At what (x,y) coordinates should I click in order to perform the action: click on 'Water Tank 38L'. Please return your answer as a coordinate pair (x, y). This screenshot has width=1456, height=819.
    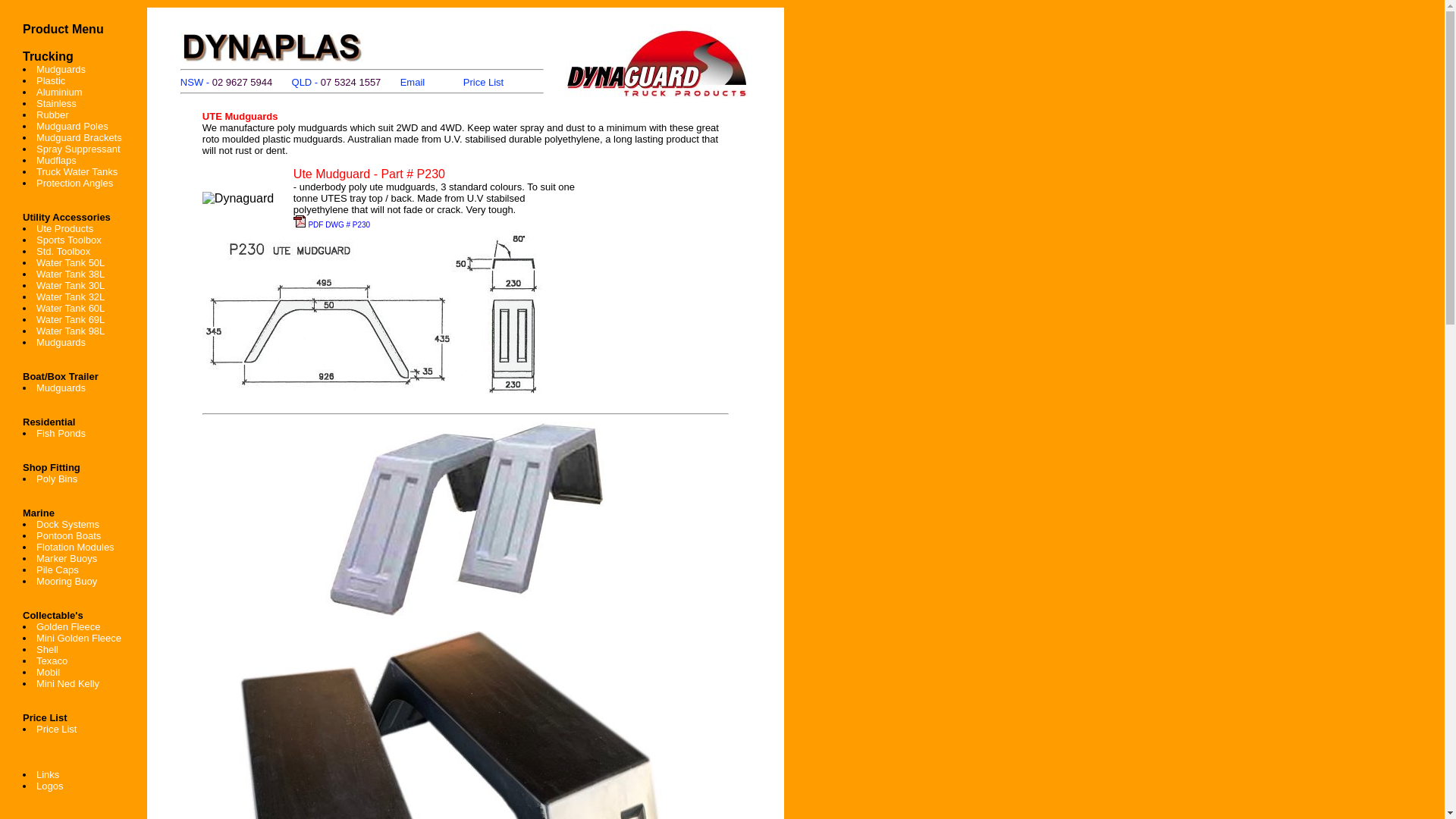
    Looking at the image, I should click on (69, 274).